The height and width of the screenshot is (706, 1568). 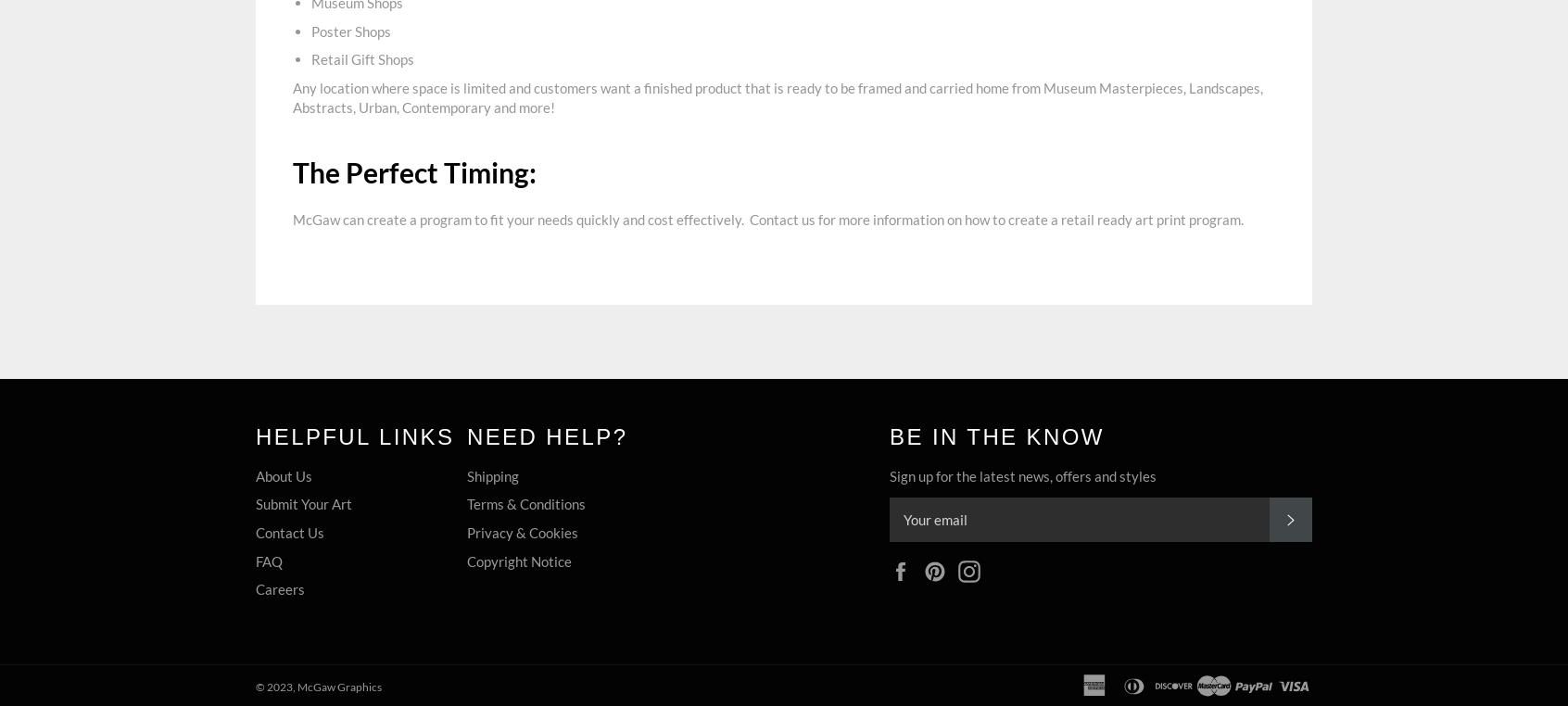 I want to click on 'About Us', so click(x=283, y=473).